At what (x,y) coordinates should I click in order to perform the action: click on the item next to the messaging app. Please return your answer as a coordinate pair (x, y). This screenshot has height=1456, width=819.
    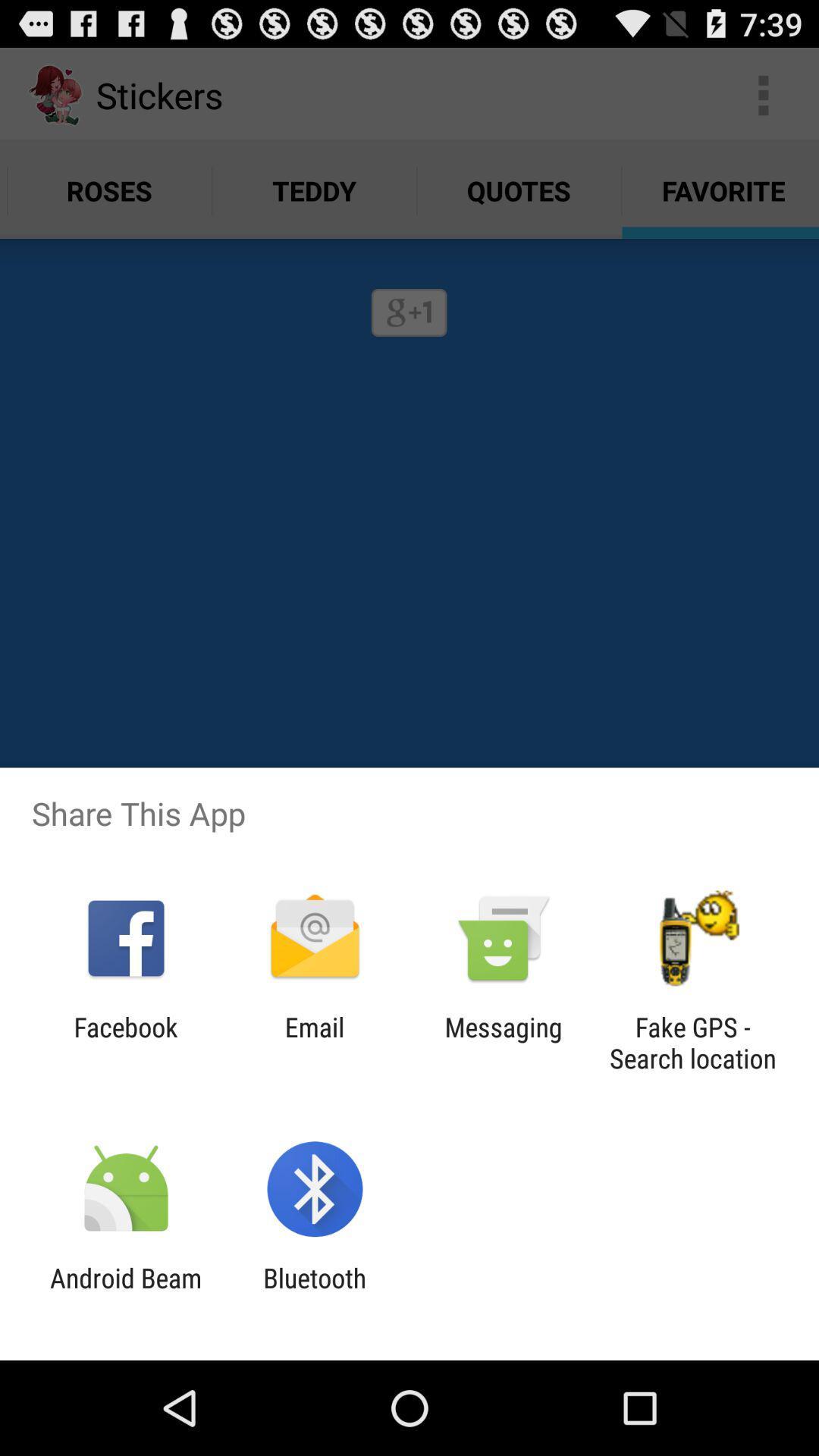
    Looking at the image, I should click on (692, 1042).